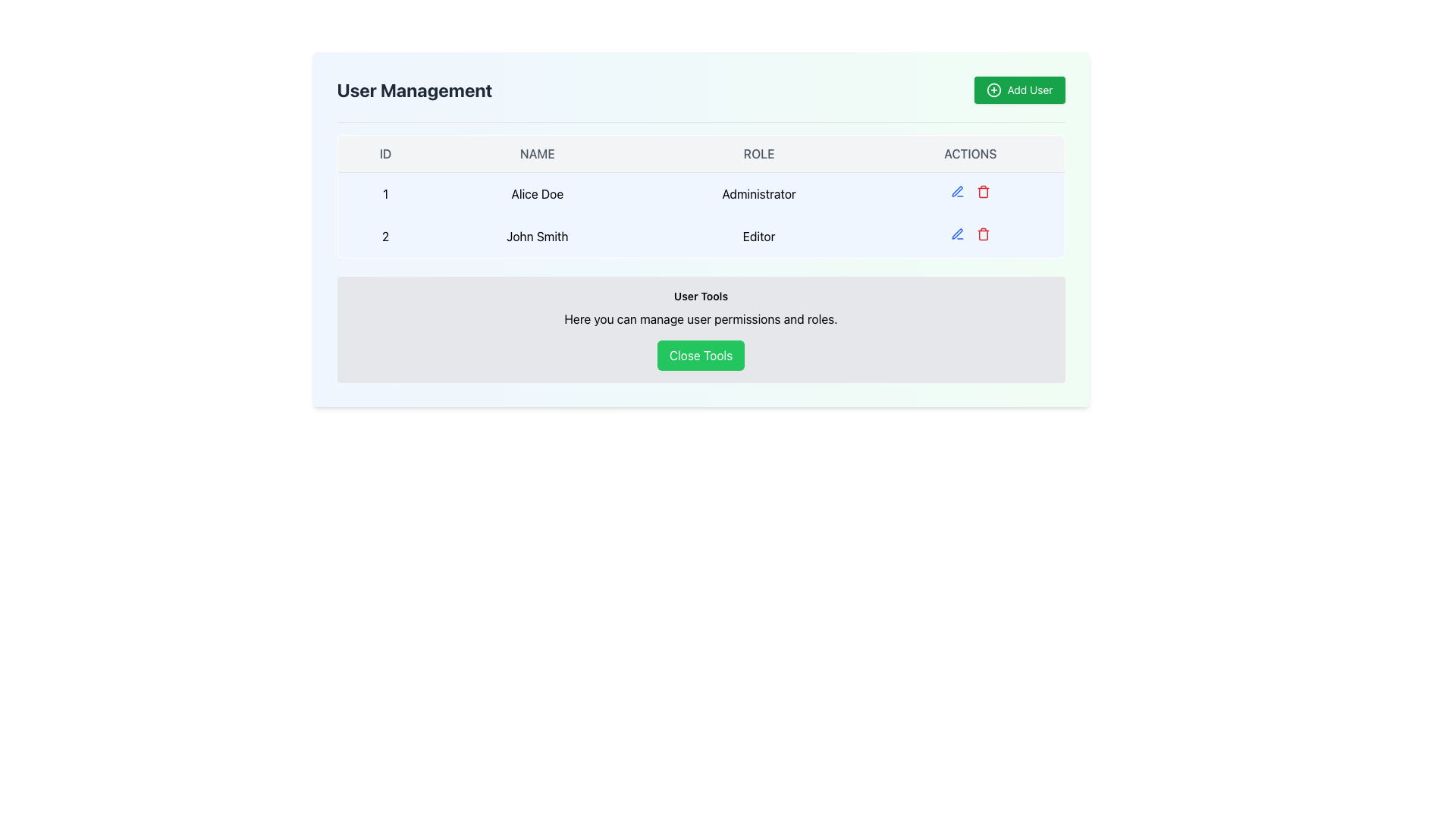 This screenshot has width=1456, height=819. Describe the element at coordinates (993, 90) in the screenshot. I see `the leftmost icon within the green 'Add User' button located at the top-right of the user management card to initiate the action of adding a new user` at that location.